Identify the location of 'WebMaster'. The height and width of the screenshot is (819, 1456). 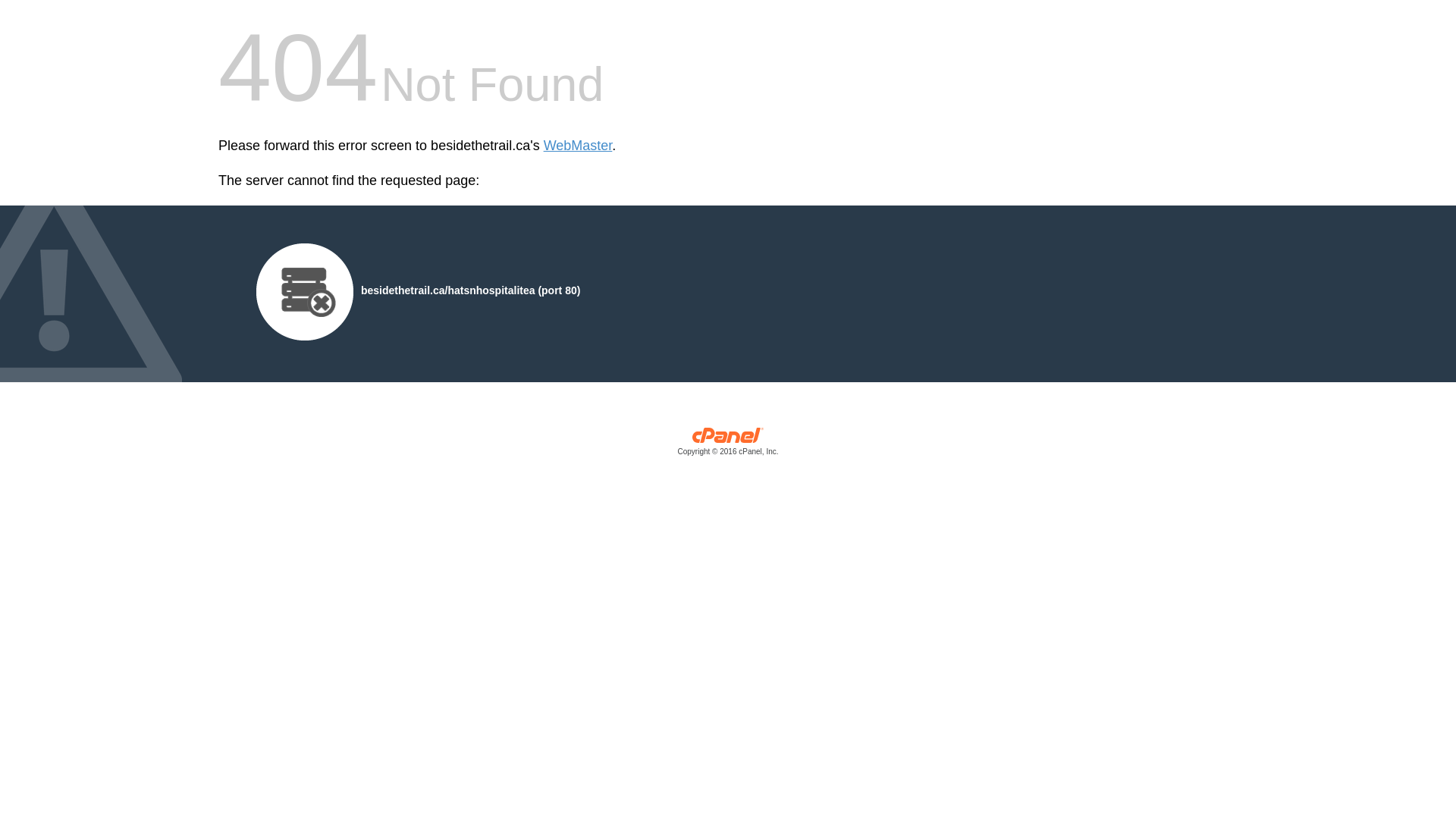
(543, 146).